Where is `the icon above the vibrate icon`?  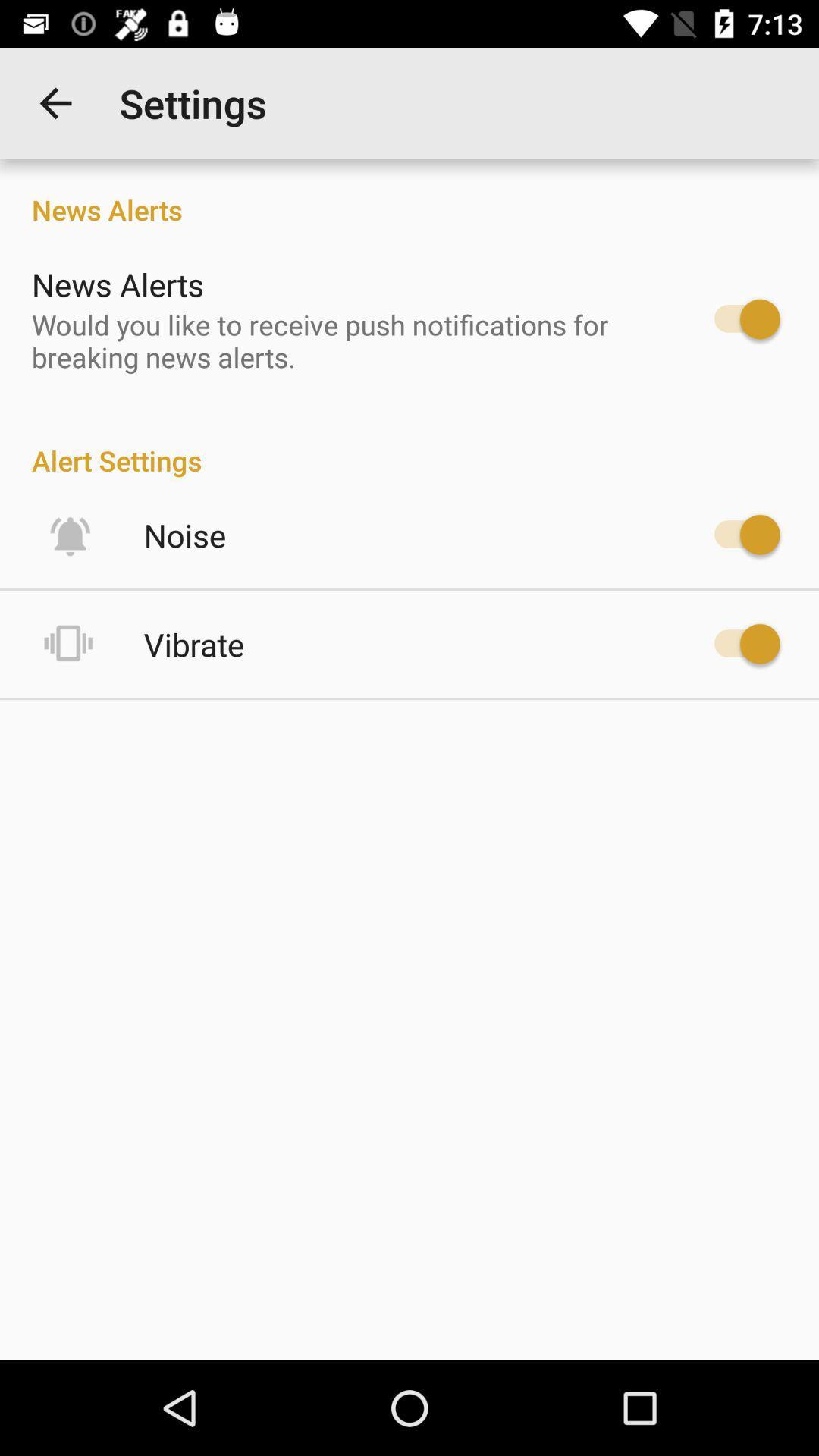
the icon above the vibrate icon is located at coordinates (184, 535).